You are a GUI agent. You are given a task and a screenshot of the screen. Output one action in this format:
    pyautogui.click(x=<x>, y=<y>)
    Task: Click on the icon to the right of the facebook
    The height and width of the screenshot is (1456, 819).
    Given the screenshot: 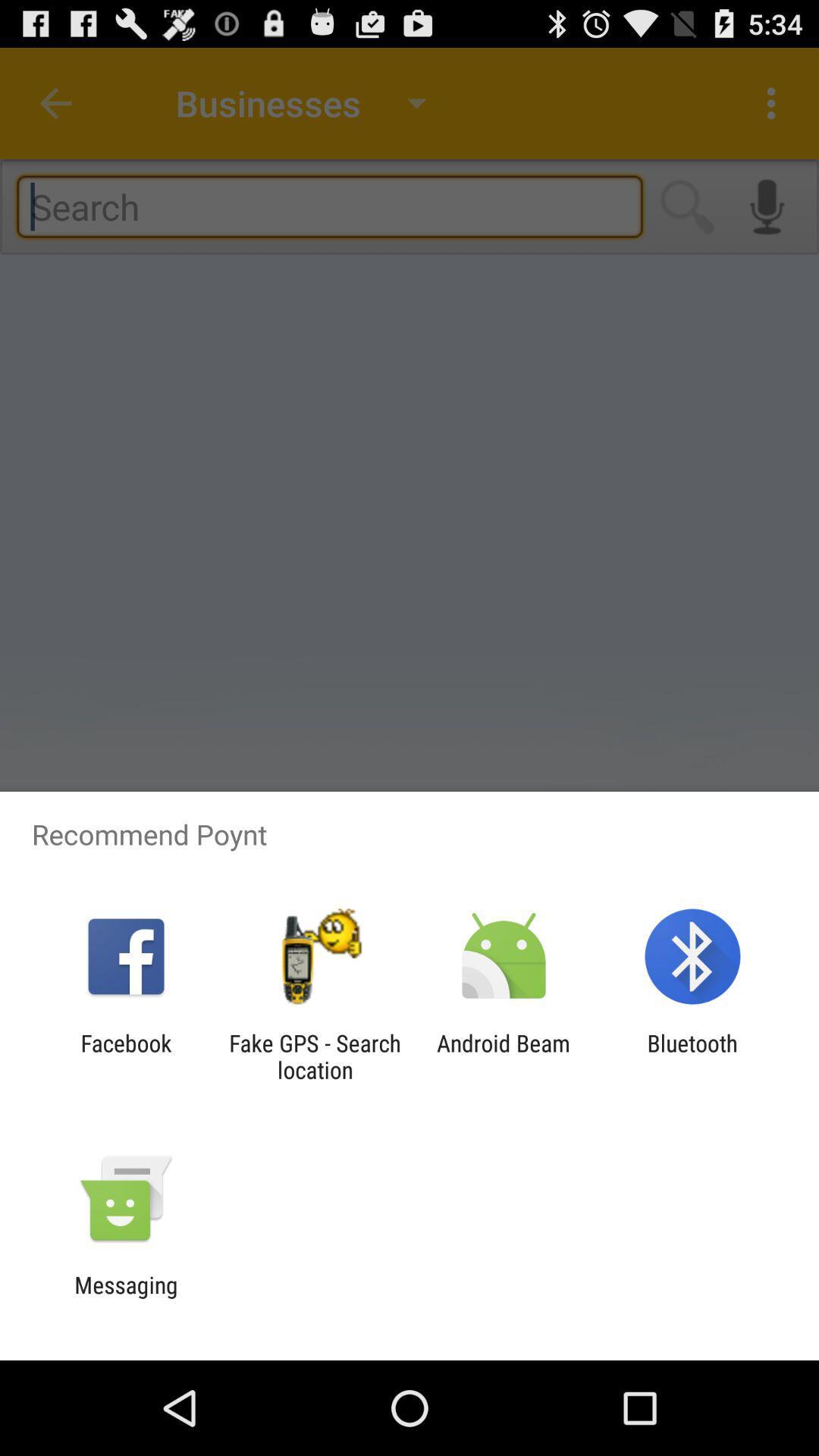 What is the action you would take?
    pyautogui.click(x=314, y=1056)
    